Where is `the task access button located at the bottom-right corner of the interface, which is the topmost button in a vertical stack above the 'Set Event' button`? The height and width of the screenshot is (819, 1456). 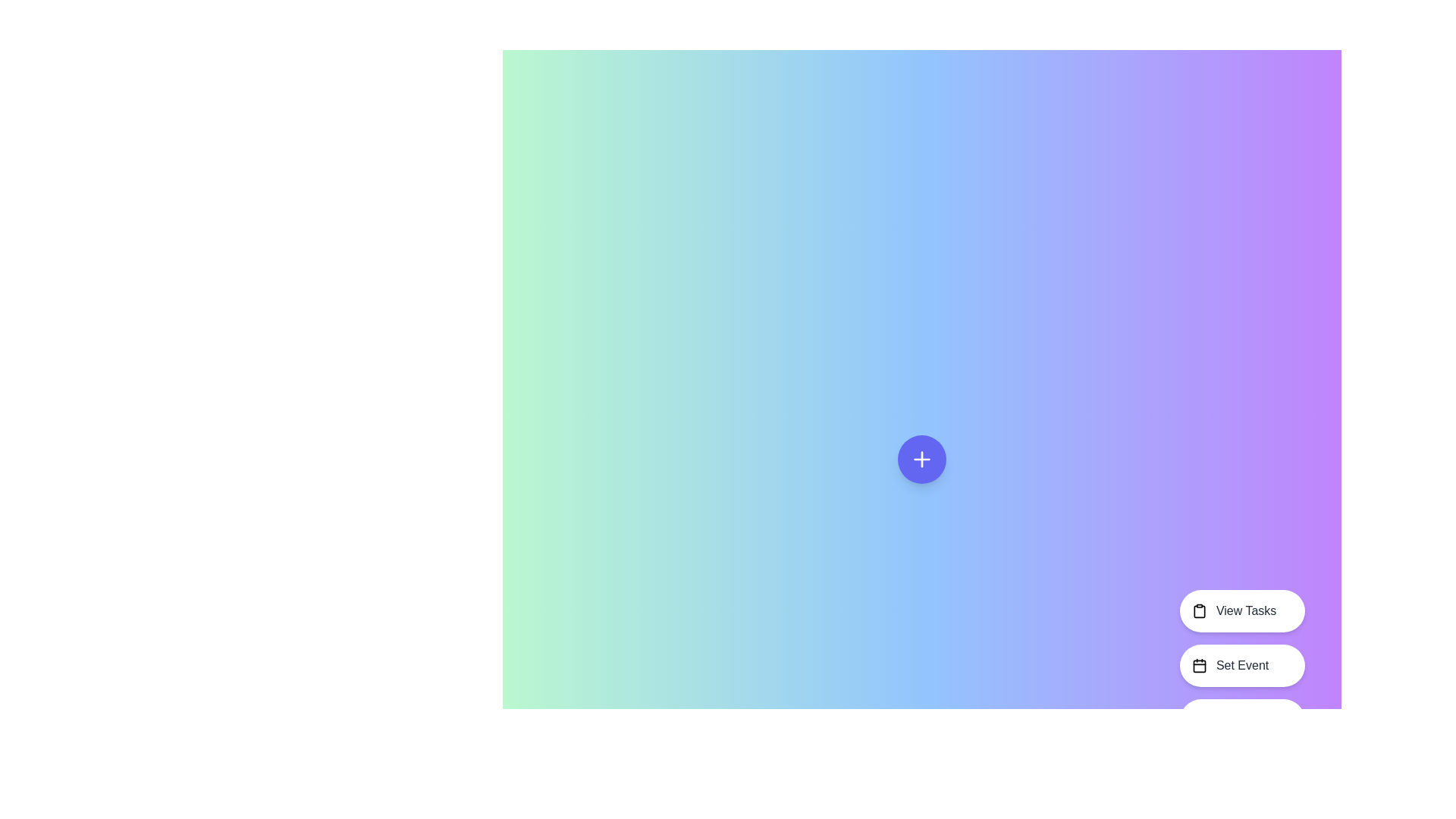 the task access button located at the bottom-right corner of the interface, which is the topmost button in a vertical stack above the 'Set Event' button is located at coordinates (1242, 610).